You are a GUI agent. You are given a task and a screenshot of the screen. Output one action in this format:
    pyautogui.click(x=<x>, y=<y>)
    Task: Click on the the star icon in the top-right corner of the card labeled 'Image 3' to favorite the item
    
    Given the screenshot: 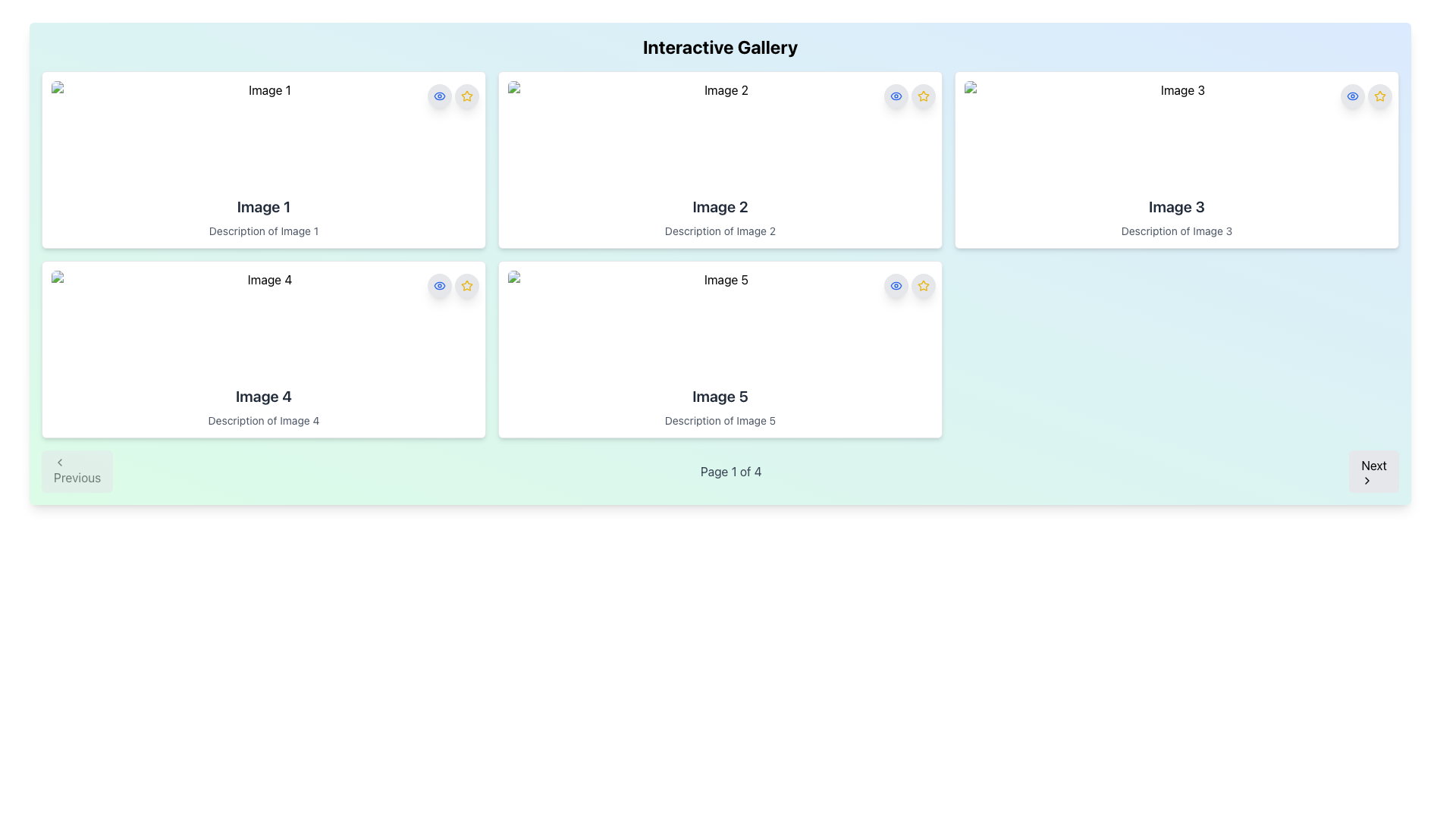 What is the action you would take?
    pyautogui.click(x=1366, y=96)
    